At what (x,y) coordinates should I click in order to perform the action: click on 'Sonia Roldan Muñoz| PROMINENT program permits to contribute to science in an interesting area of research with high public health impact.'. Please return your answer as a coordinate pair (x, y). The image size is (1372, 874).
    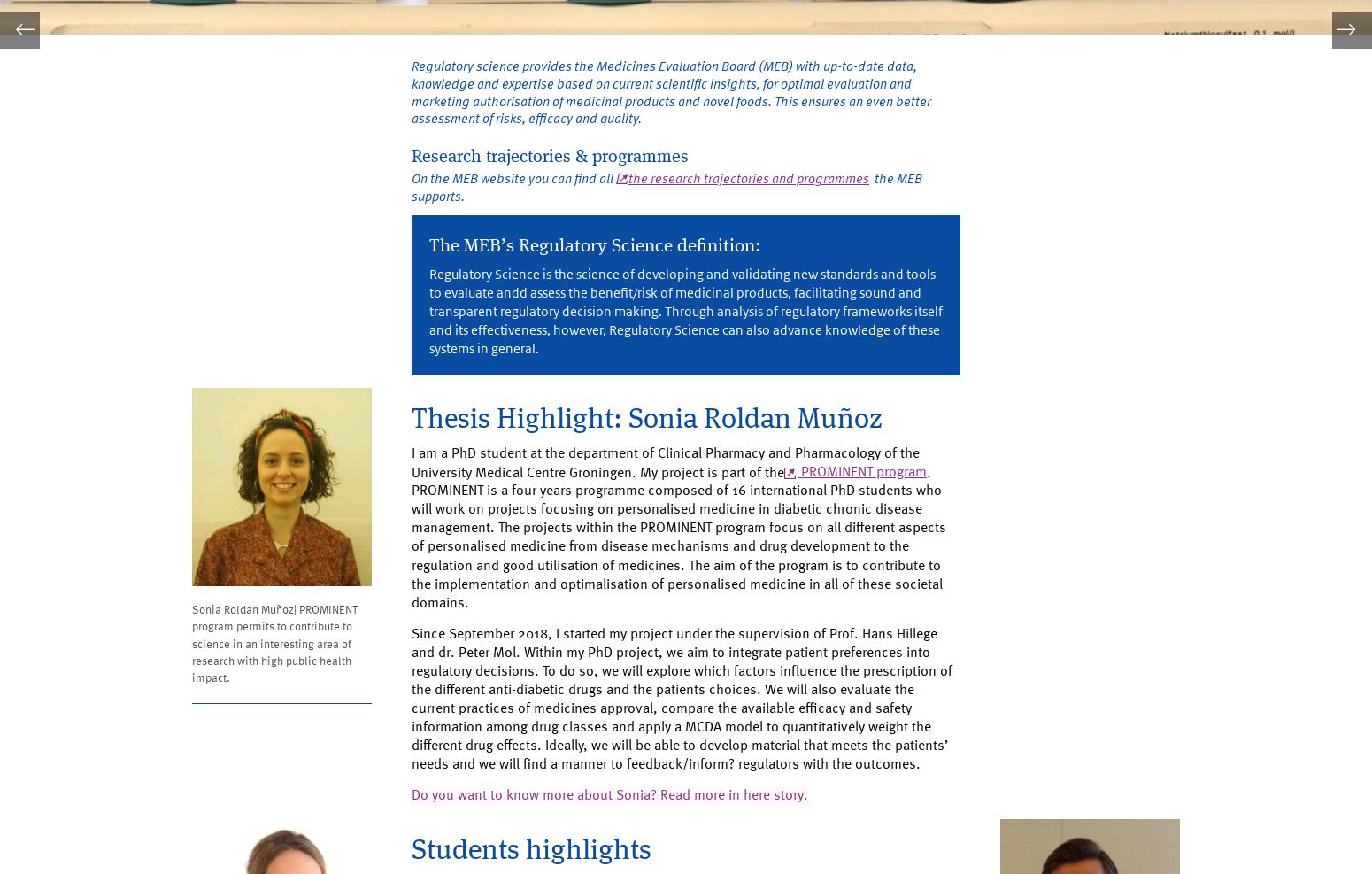
    Looking at the image, I should click on (191, 662).